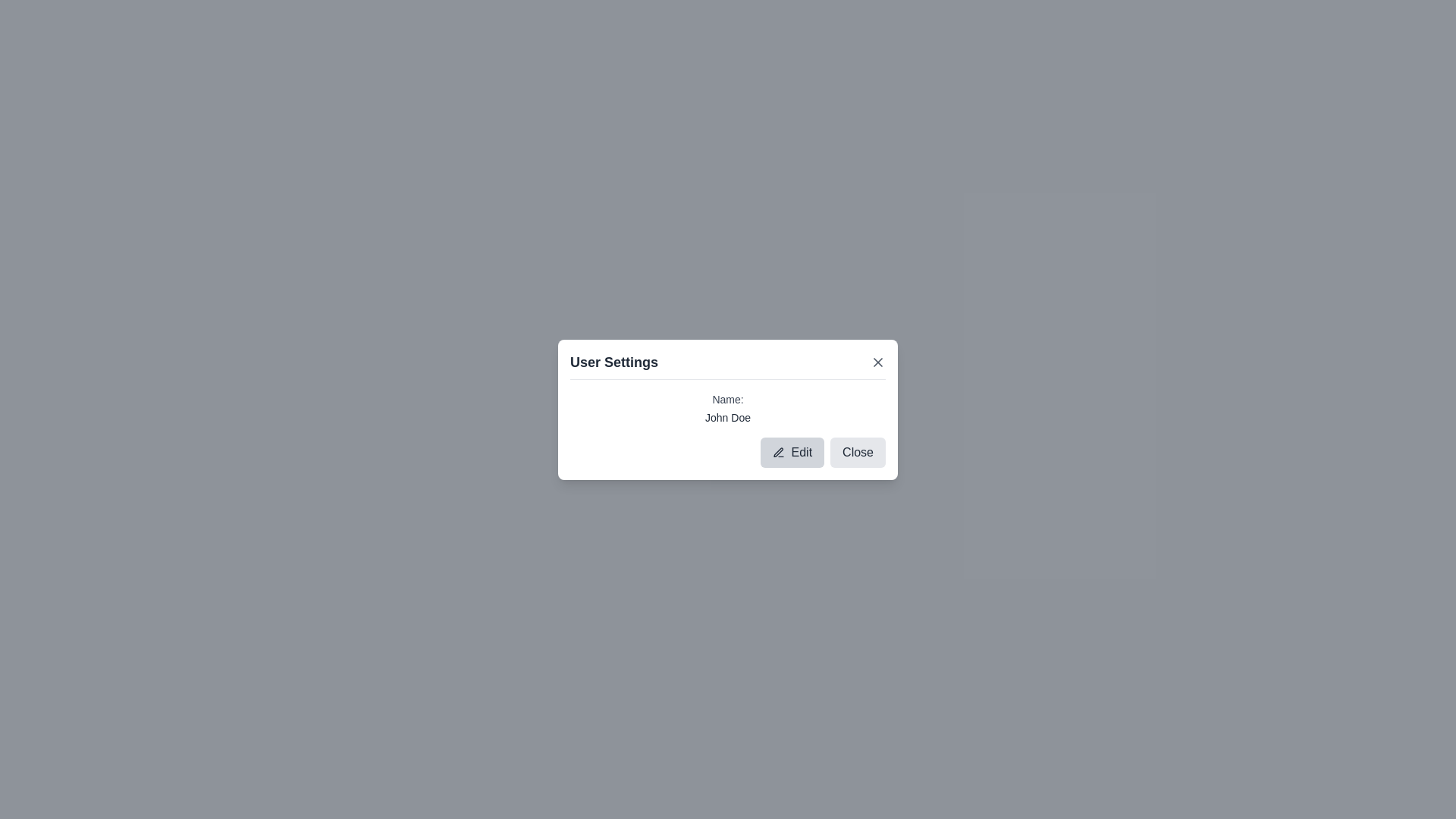 Image resolution: width=1456 pixels, height=819 pixels. Describe the element at coordinates (779, 452) in the screenshot. I see `the 'Edit' icon located inside the 'Edit' button at the lower-left side of the 'User Settings' modal window, which is positioned to the left of the 'Close' button` at that location.